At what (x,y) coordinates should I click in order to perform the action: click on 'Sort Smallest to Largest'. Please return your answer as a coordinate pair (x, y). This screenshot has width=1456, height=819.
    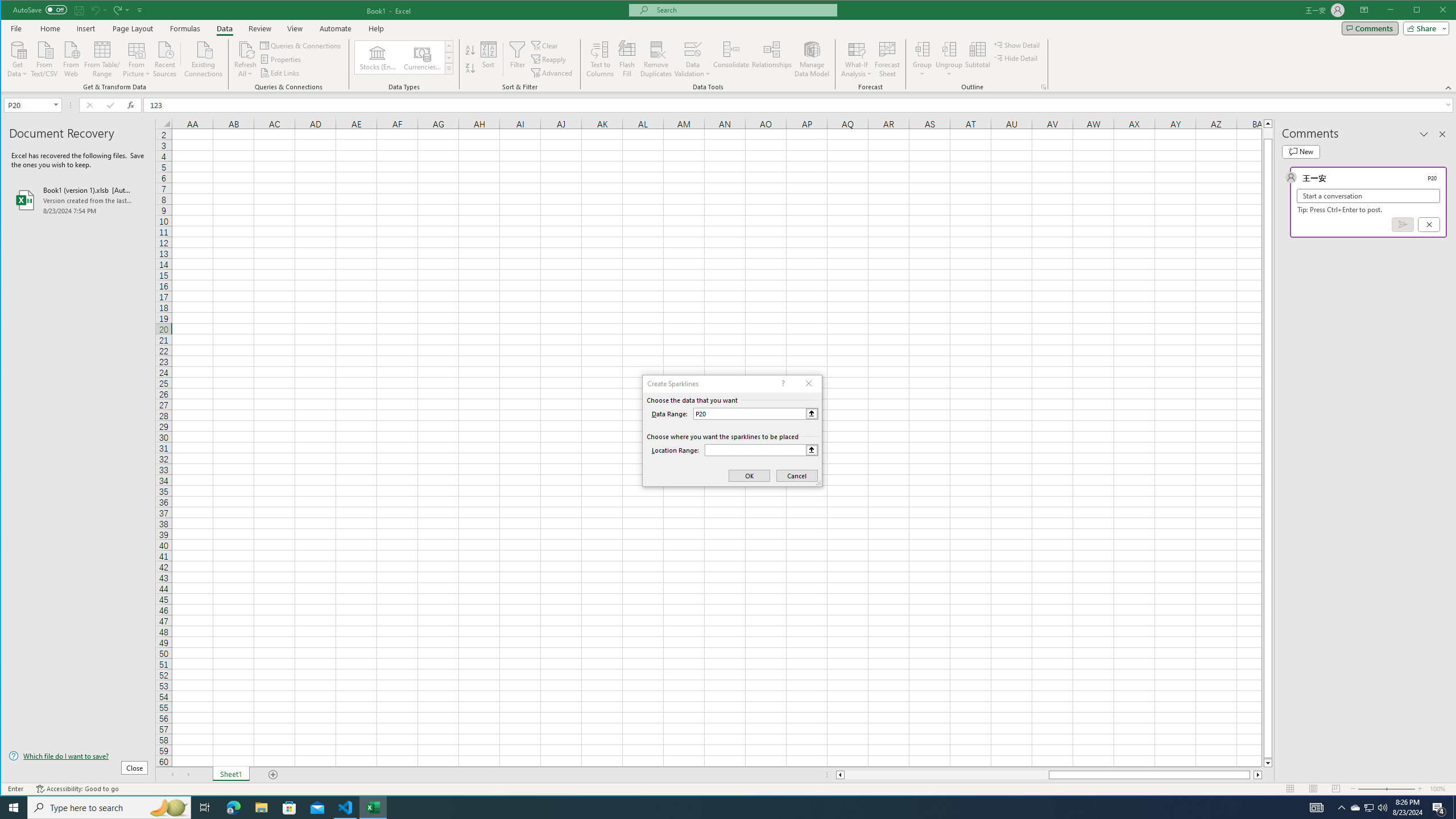
    Looking at the image, I should click on (470, 49).